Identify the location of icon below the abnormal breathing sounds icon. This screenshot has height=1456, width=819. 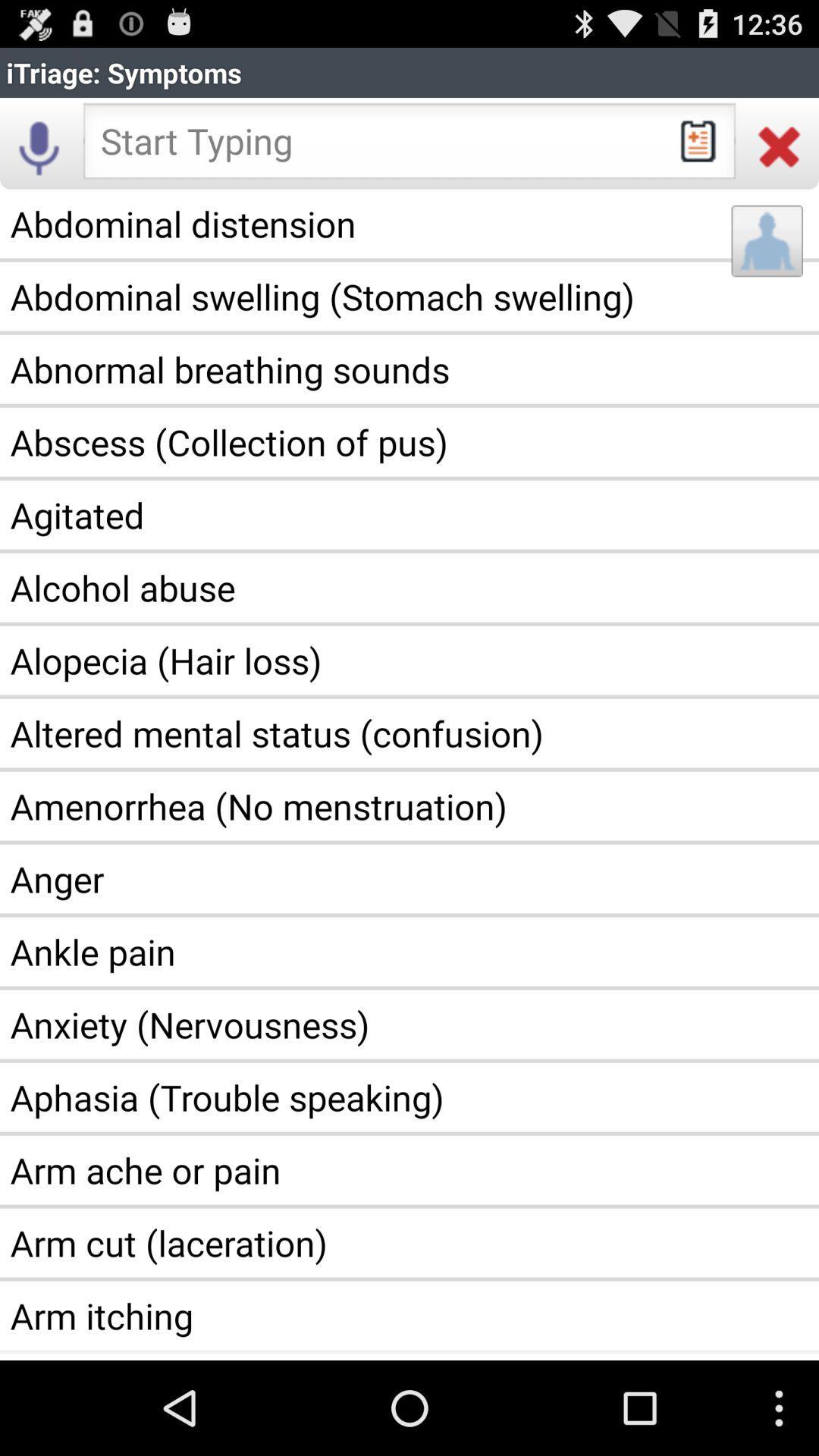
(409, 441).